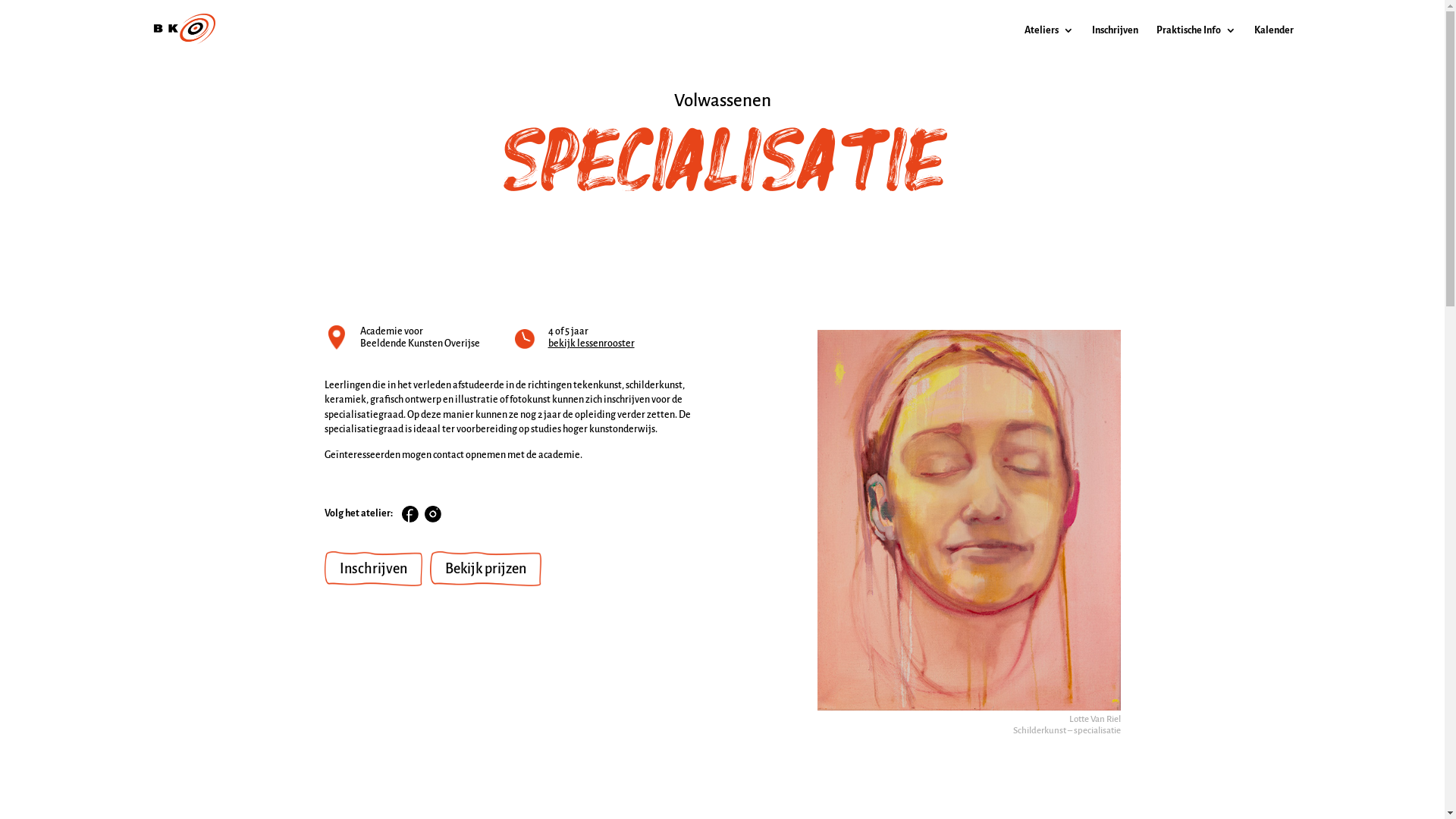  What do you see at coordinates (720, 100) in the screenshot?
I see `'Volwassenen'` at bounding box center [720, 100].